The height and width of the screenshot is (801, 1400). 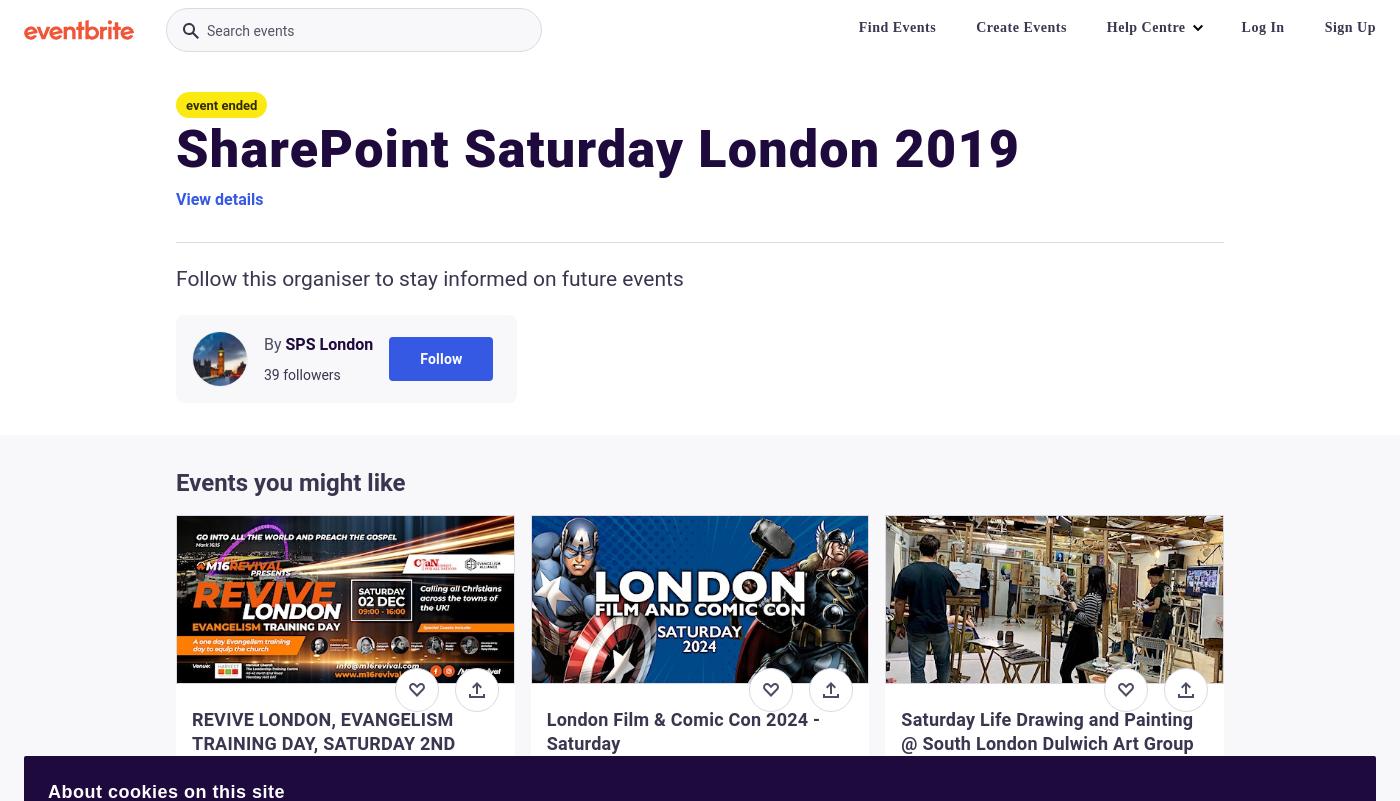 What do you see at coordinates (311, 375) in the screenshot?
I see `'followers'` at bounding box center [311, 375].